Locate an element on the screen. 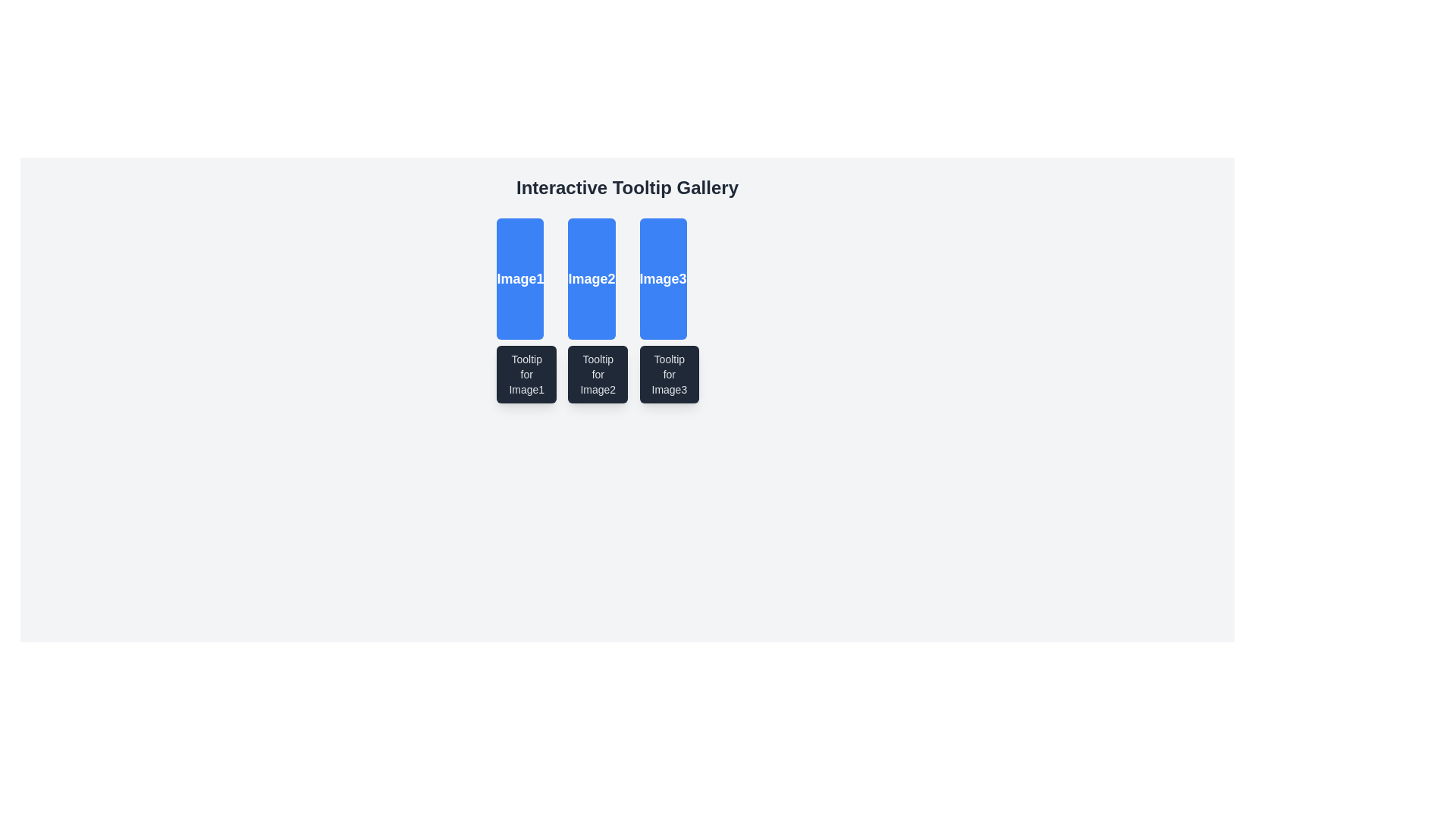 Image resolution: width=1456 pixels, height=819 pixels. the tooltip that provides additional information related to the 'Image2' label, which is positioned directly below 'Image2' is located at coordinates (597, 374).